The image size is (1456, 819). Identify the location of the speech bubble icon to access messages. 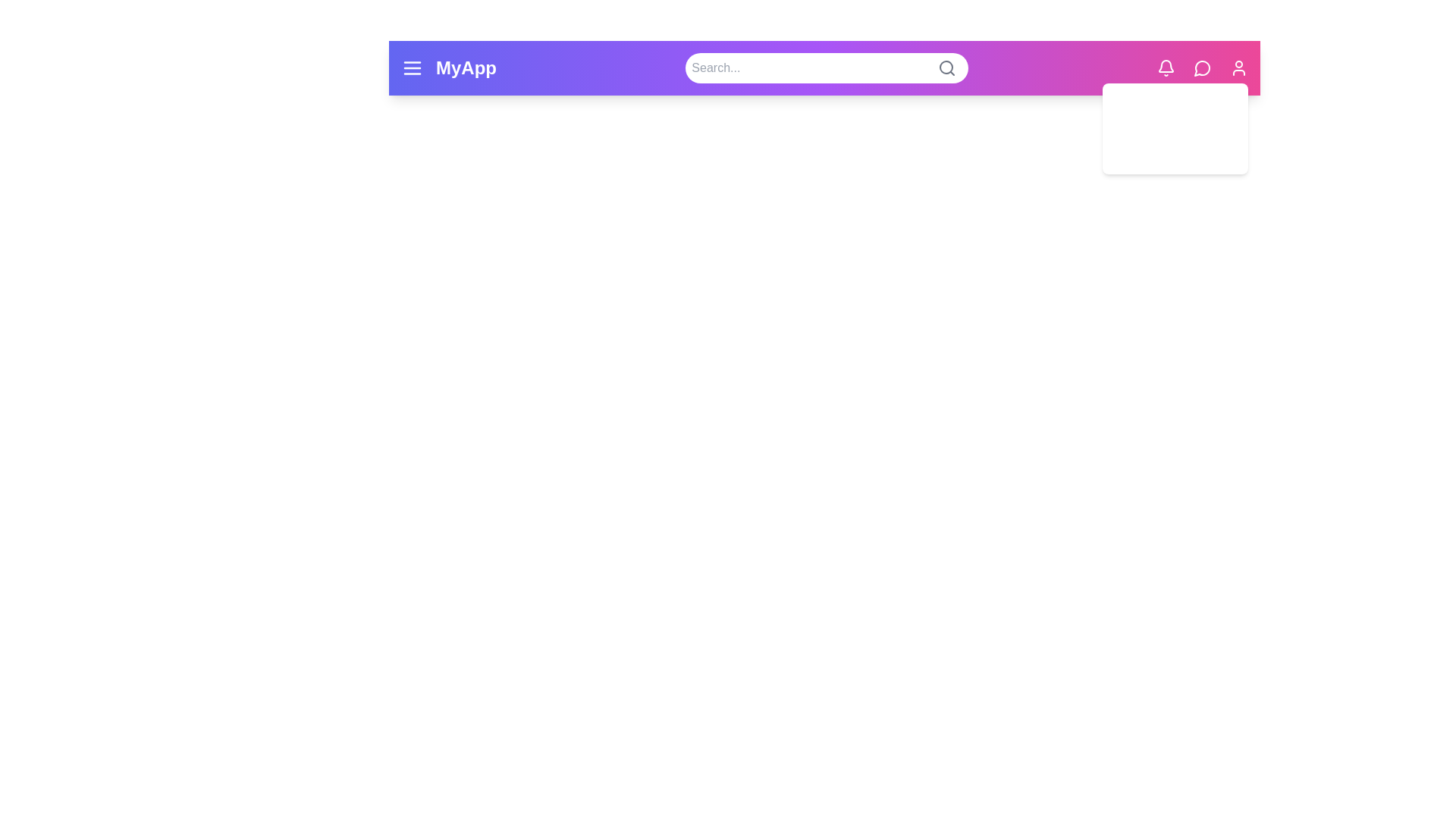
(1201, 67).